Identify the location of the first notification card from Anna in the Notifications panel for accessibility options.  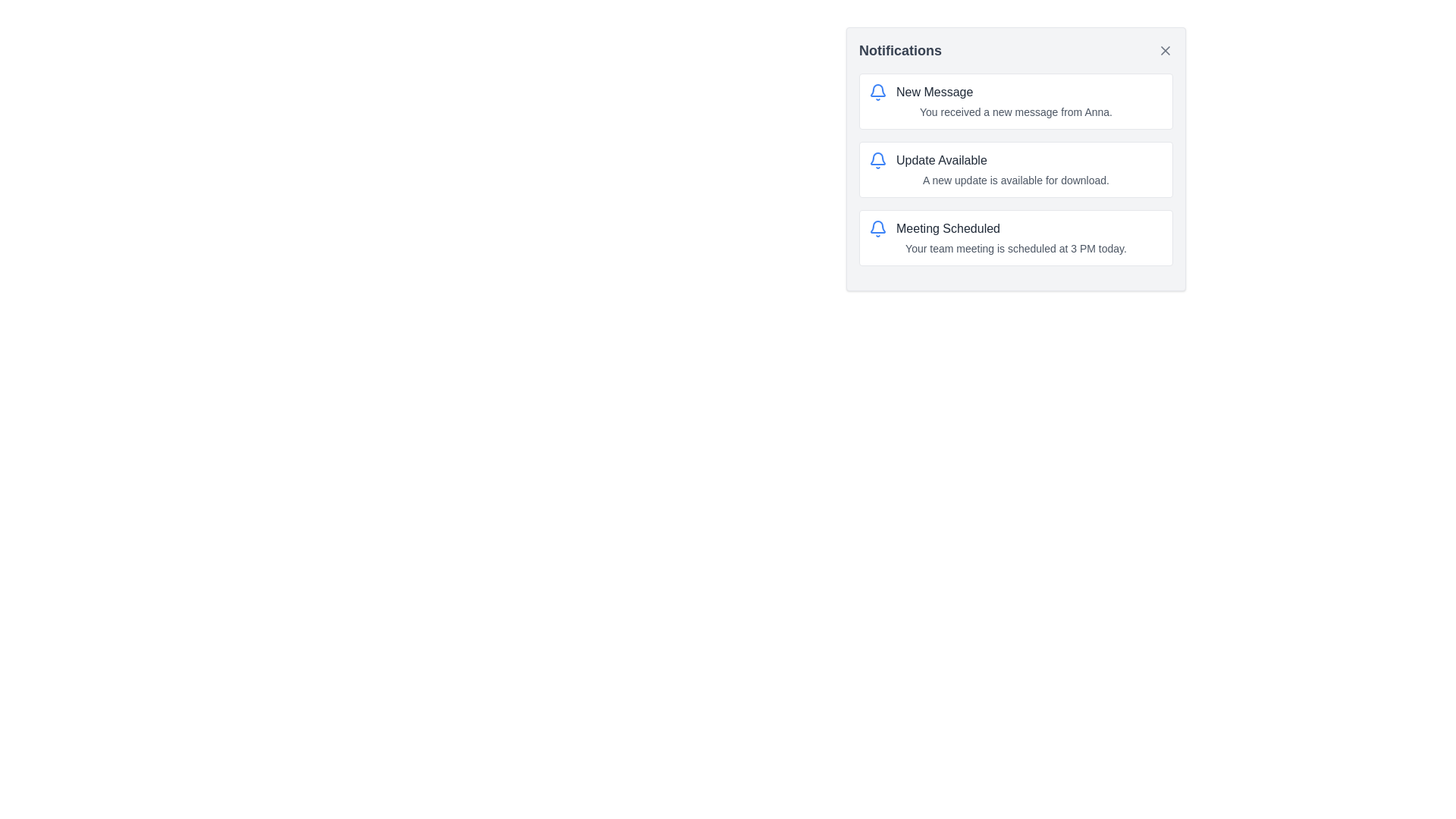
(1015, 102).